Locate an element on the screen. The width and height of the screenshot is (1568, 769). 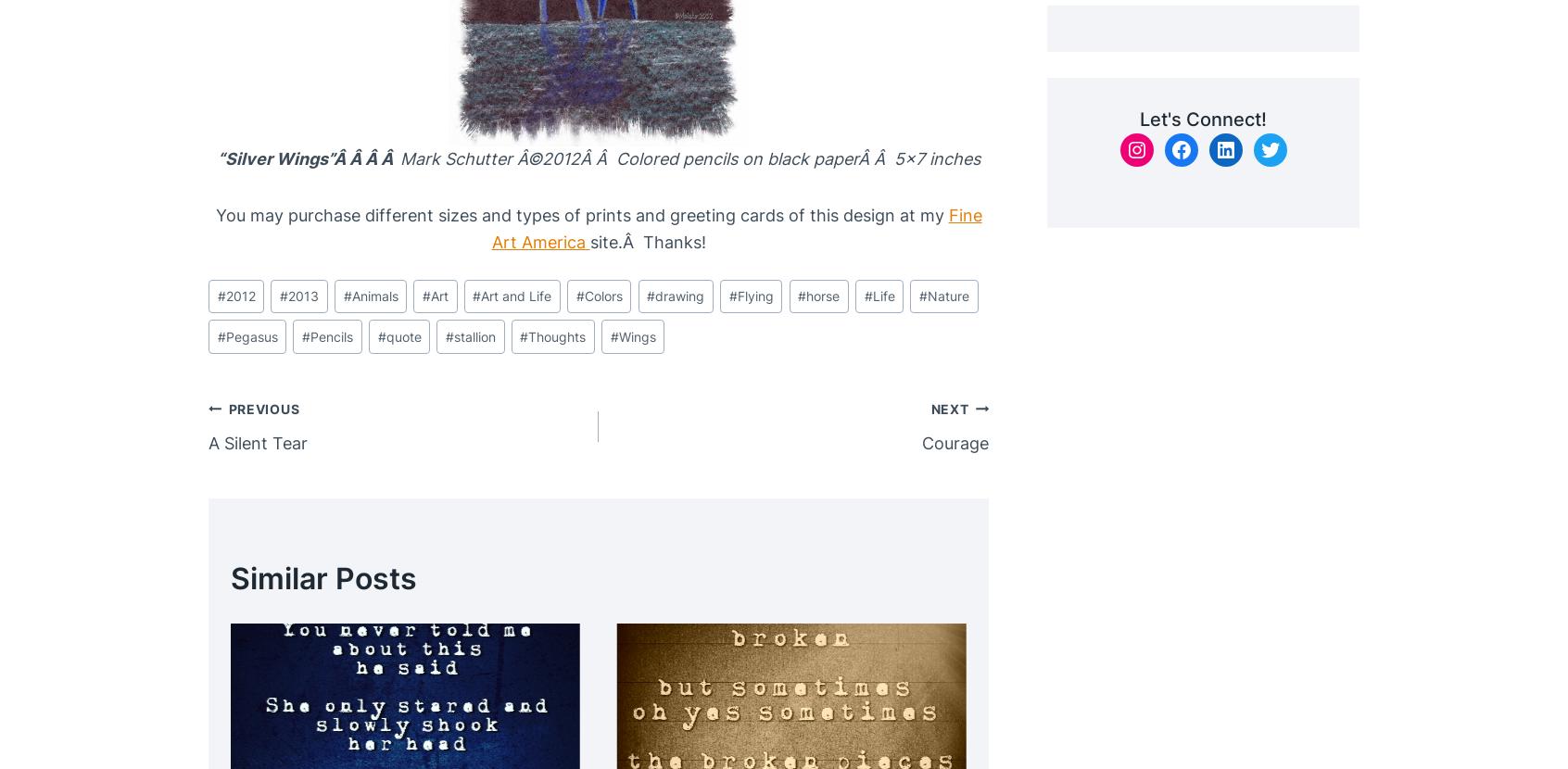
'Courage' is located at coordinates (954, 441).